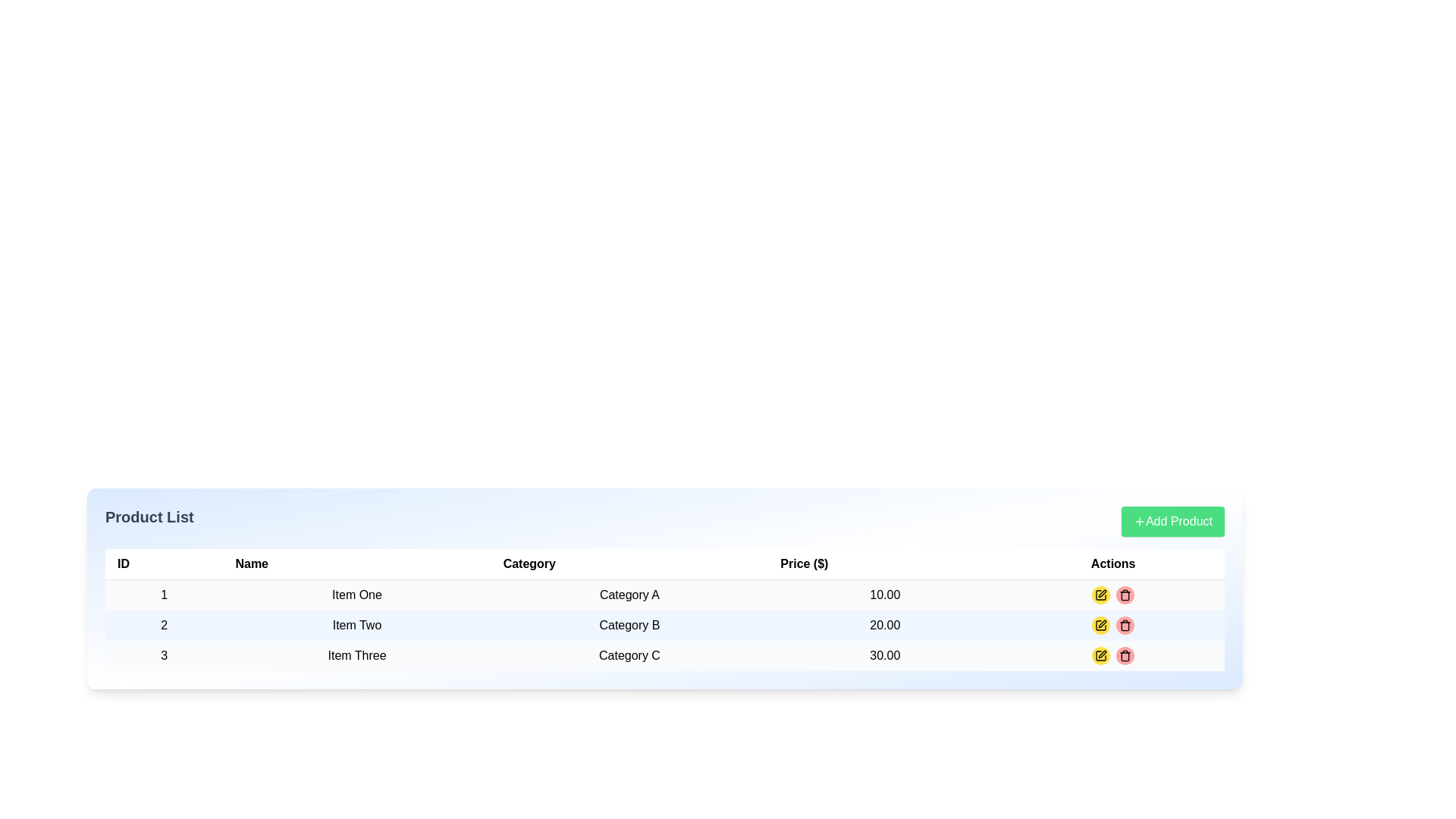  Describe the element at coordinates (1113, 626) in the screenshot. I see `the delete icon in the Actions column of the row for 'Item Two'` at that location.